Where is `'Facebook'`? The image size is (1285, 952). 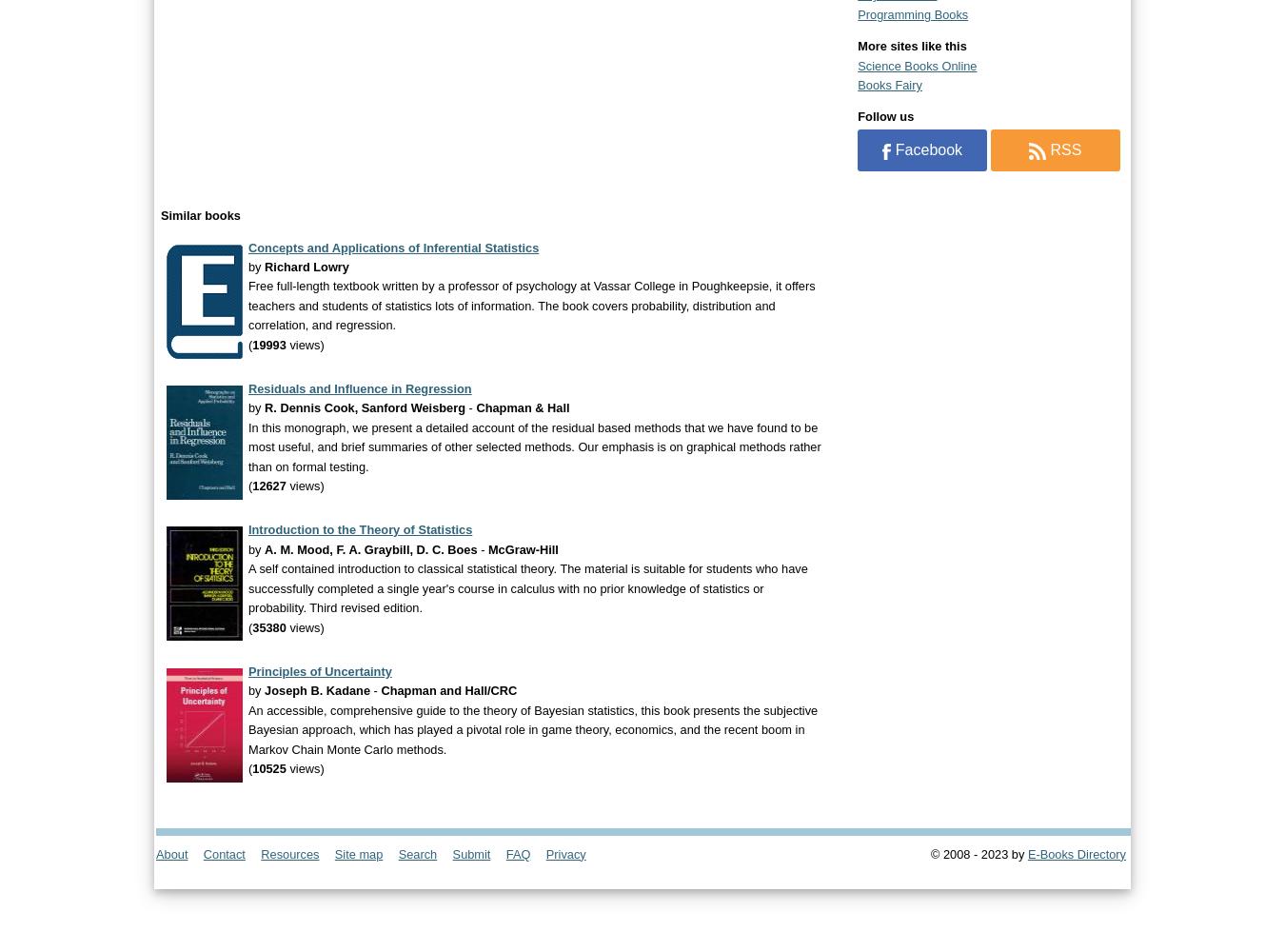
'Facebook' is located at coordinates (889, 149).